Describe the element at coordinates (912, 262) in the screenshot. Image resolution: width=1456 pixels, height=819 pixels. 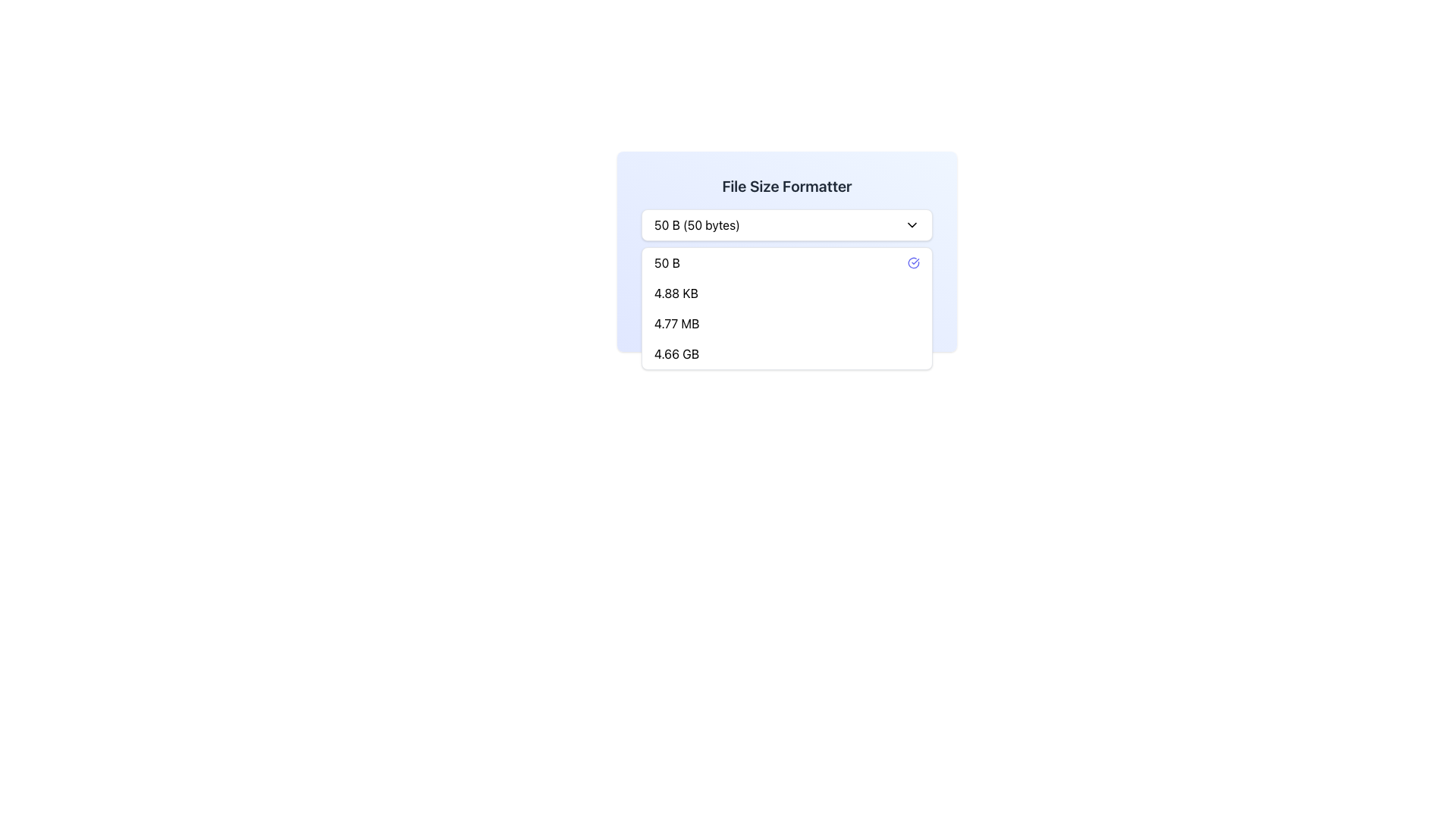
I see `the SVG icon featuring a blue-indigo checkmark circle, located at the far right of the list item displaying '50 B' in the dropdown menu` at that location.